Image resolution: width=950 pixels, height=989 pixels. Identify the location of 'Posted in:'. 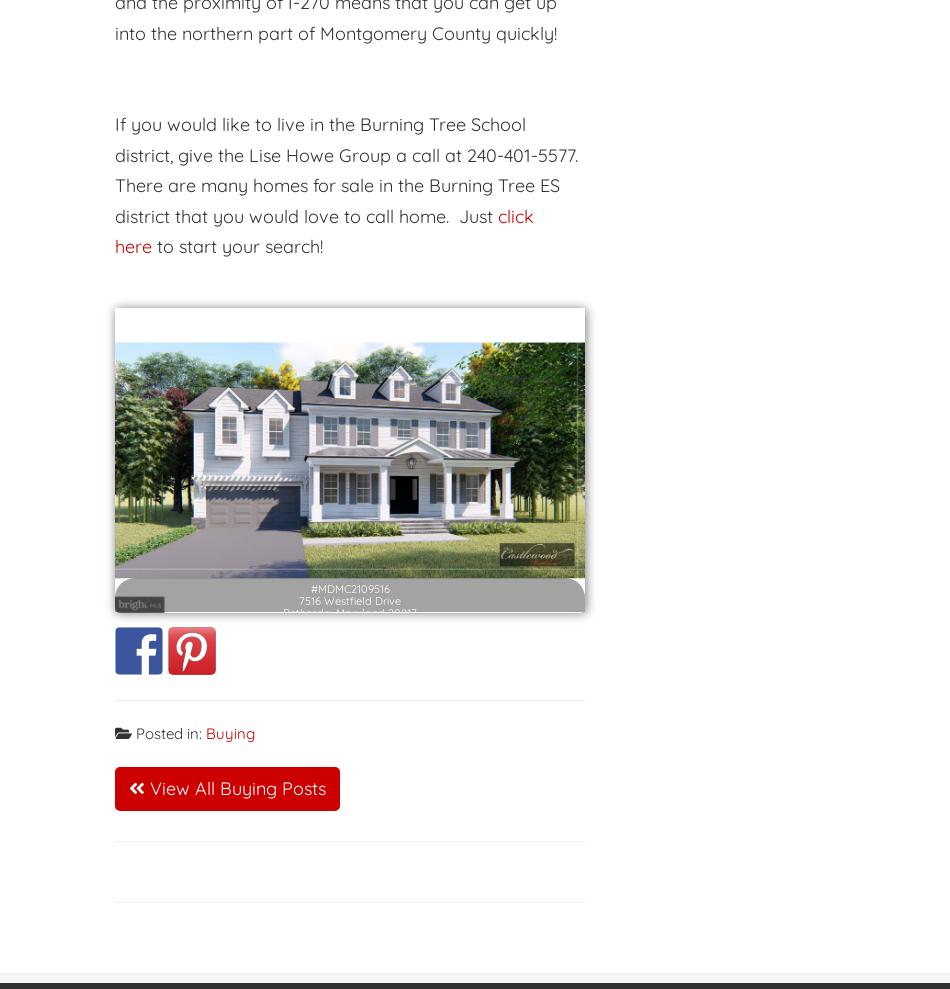
(169, 733).